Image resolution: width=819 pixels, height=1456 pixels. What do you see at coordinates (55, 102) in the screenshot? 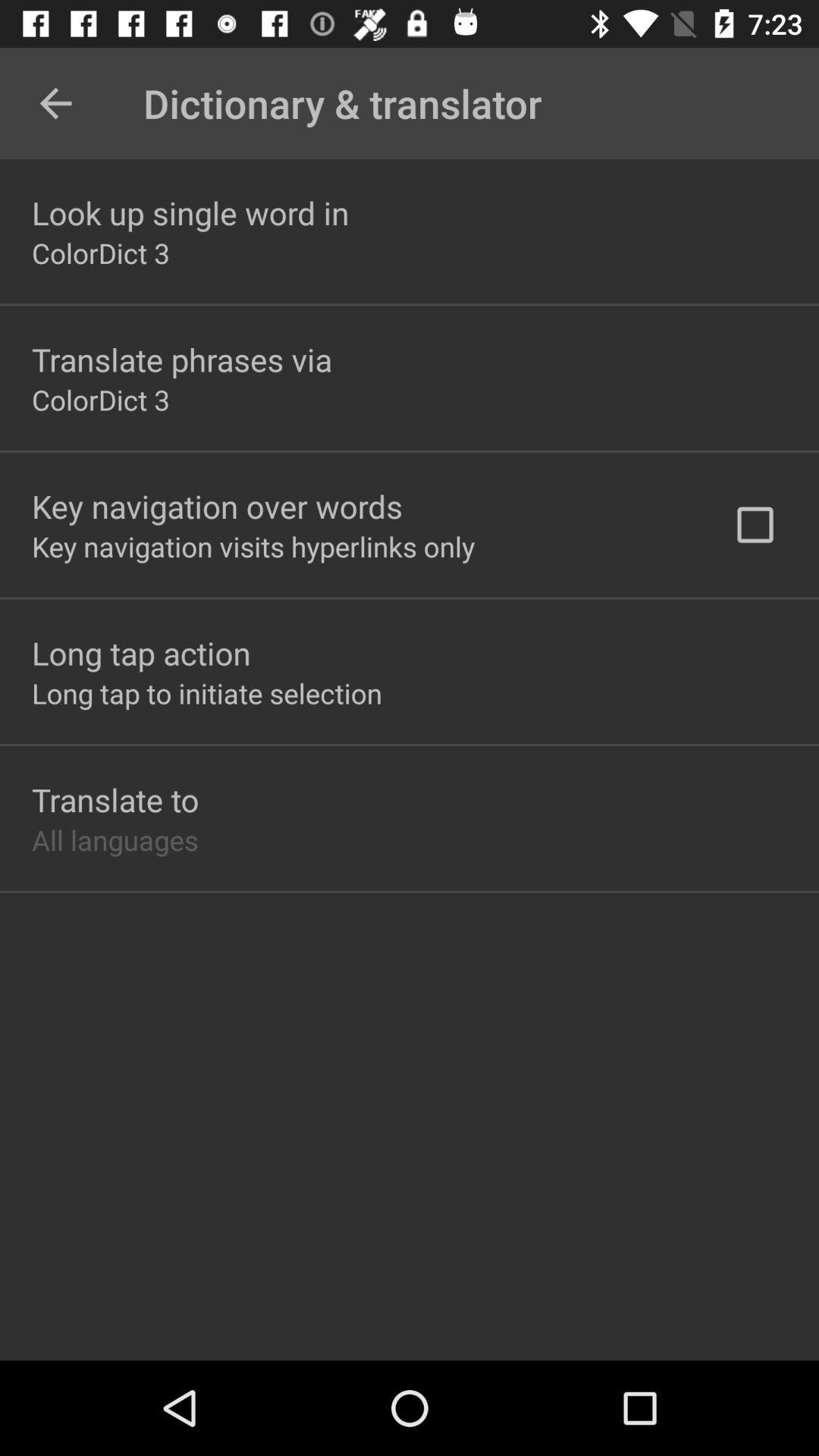
I see `go back` at bounding box center [55, 102].